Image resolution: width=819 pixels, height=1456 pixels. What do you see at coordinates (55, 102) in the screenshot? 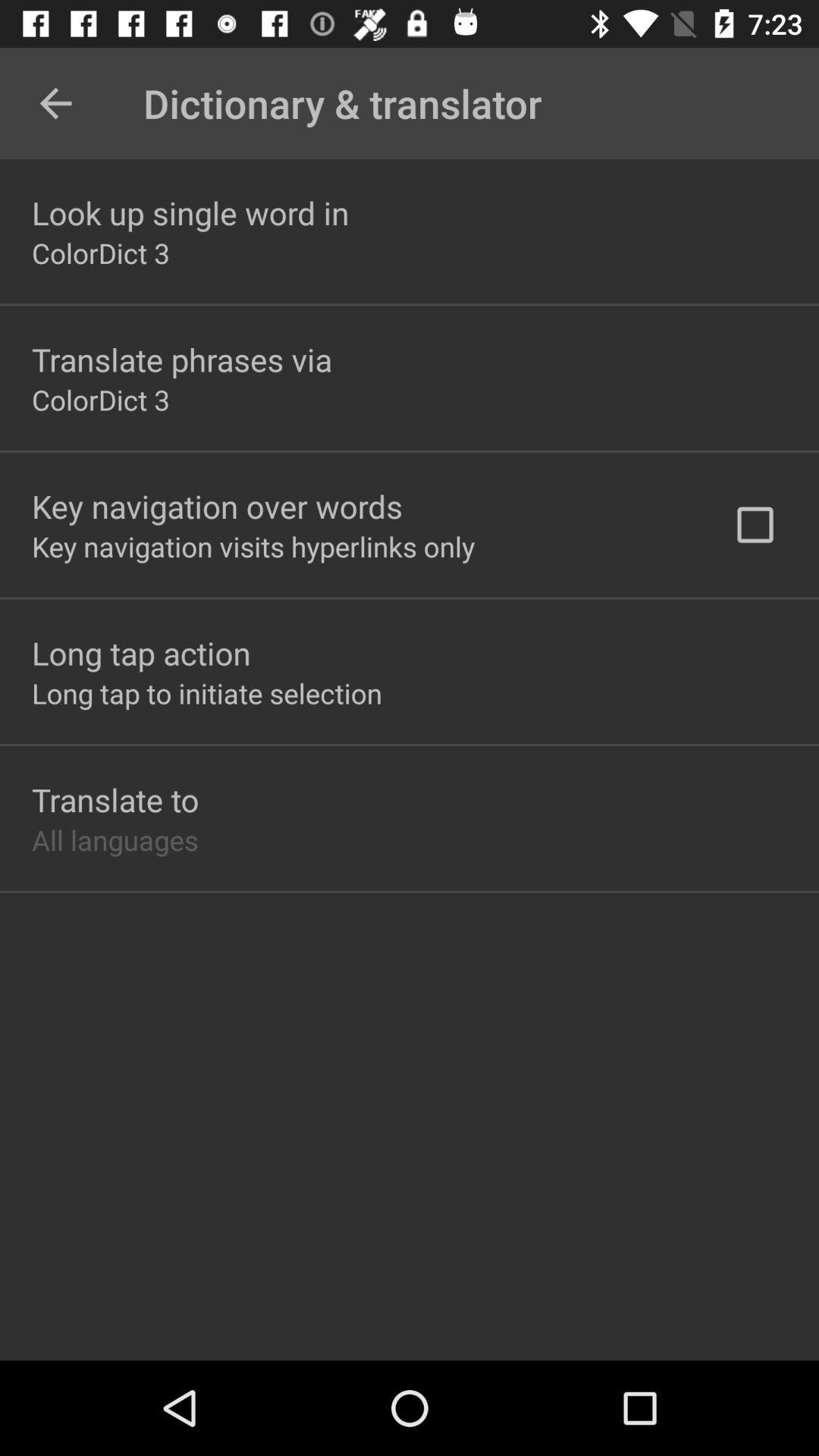
I see `go back` at bounding box center [55, 102].